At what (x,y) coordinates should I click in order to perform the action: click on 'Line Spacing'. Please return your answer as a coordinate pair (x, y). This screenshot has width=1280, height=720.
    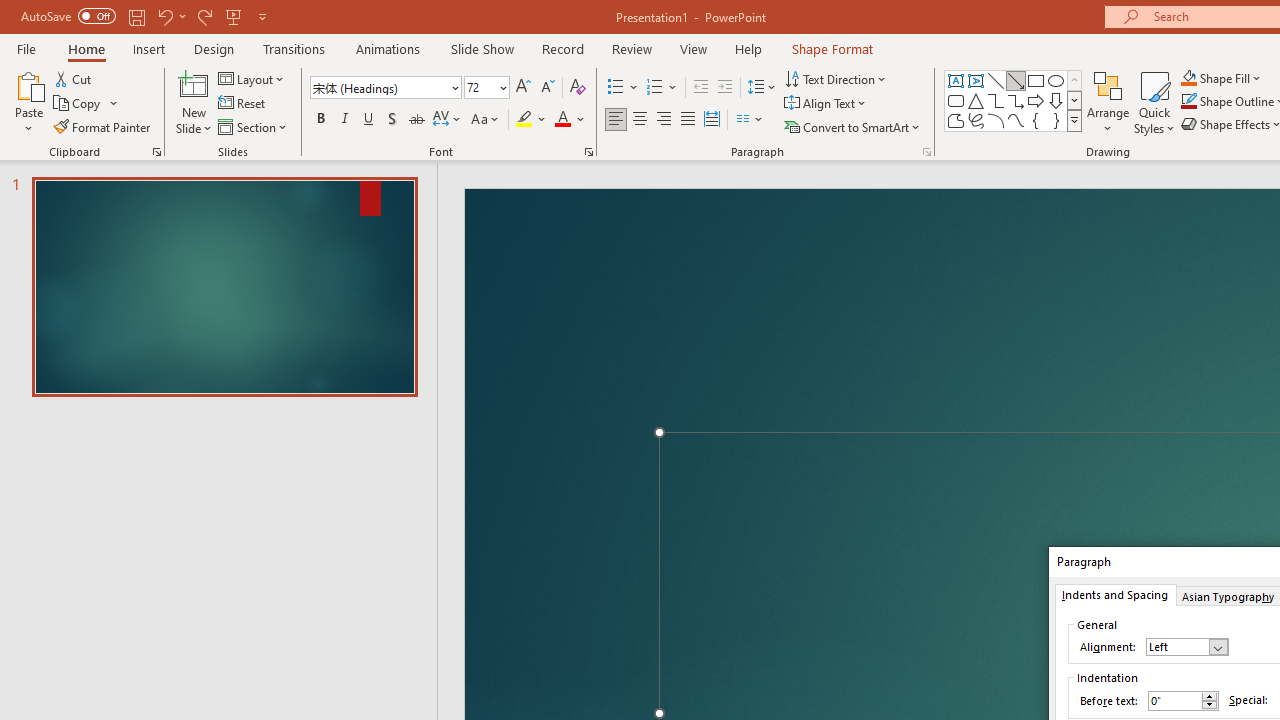
    Looking at the image, I should click on (761, 86).